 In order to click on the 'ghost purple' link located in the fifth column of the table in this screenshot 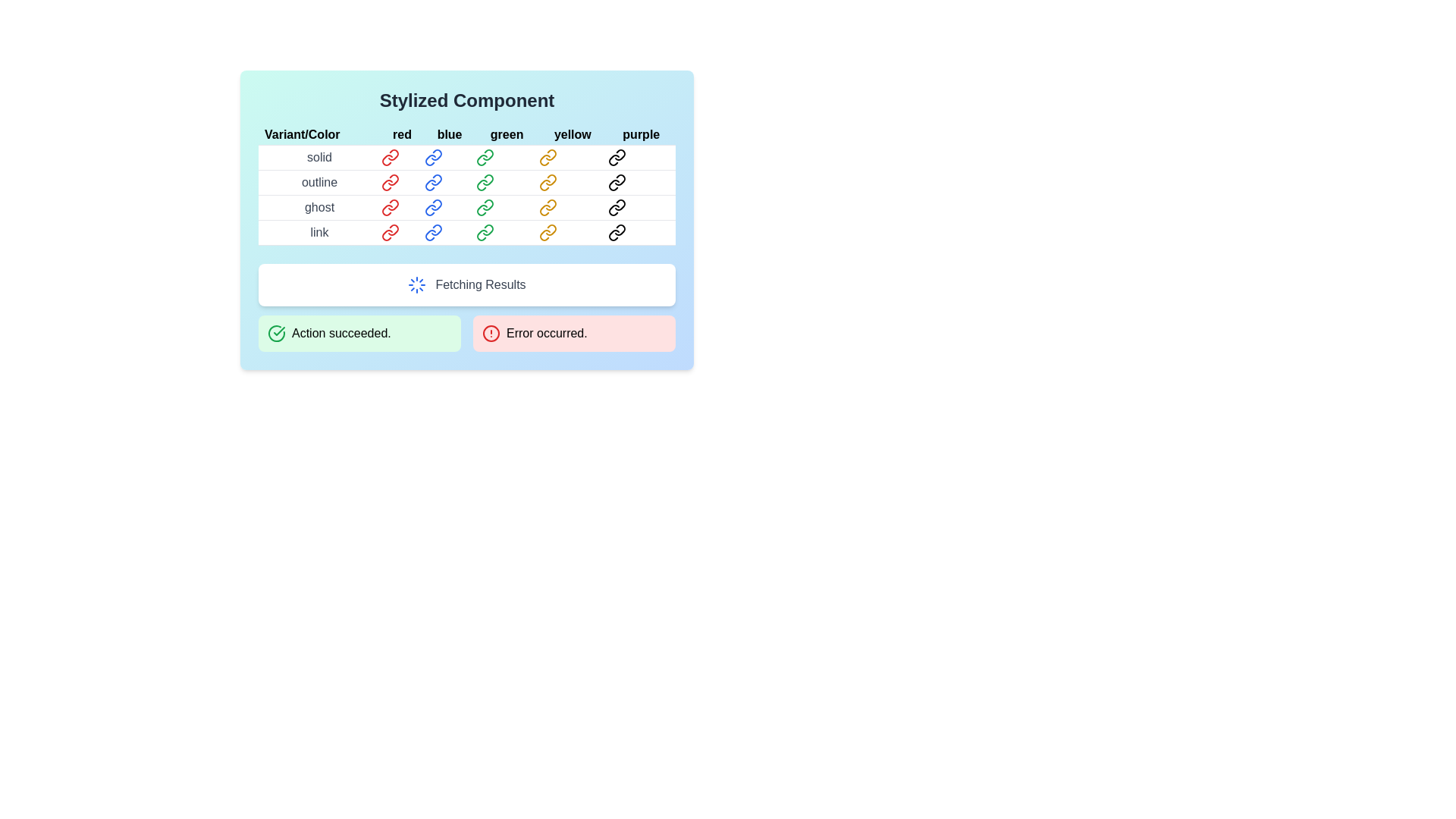, I will do `click(641, 207)`.